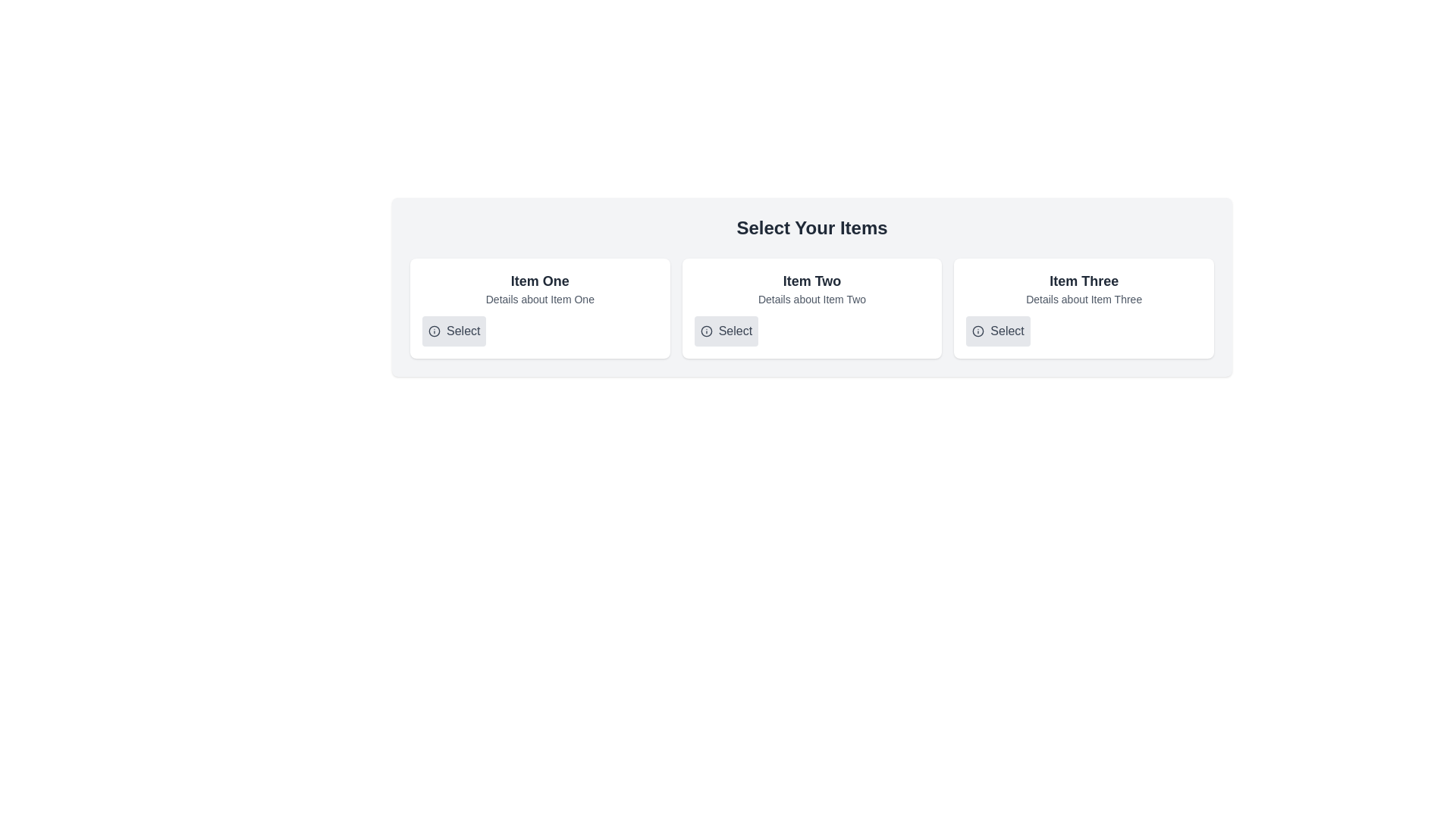 The image size is (1456, 819). What do you see at coordinates (1083, 281) in the screenshot?
I see `the text label displaying 'Item Three' which is located at the top of the third card in a horizontal arrangement of three cards` at bounding box center [1083, 281].